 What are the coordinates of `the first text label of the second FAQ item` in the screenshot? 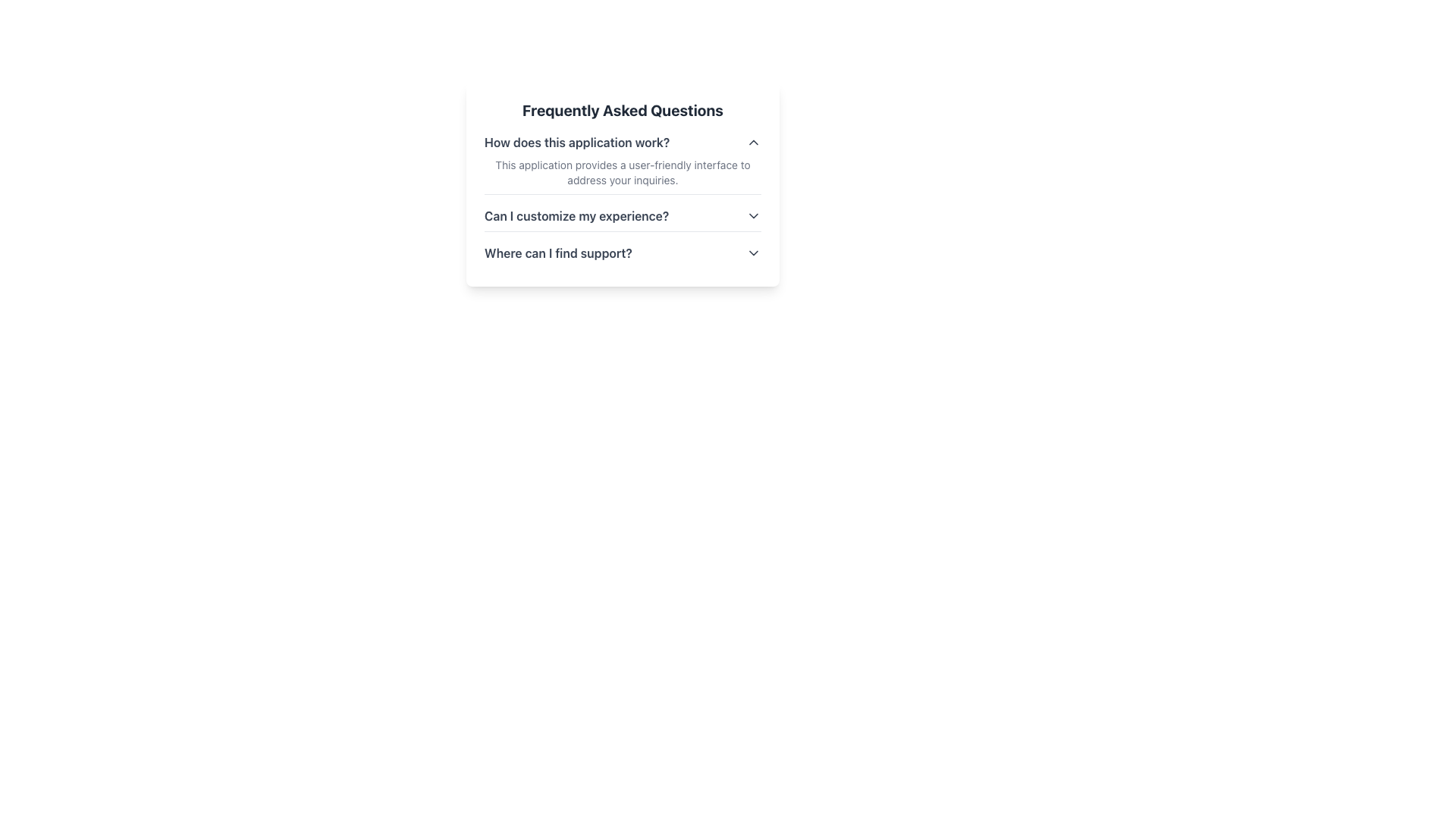 It's located at (576, 216).